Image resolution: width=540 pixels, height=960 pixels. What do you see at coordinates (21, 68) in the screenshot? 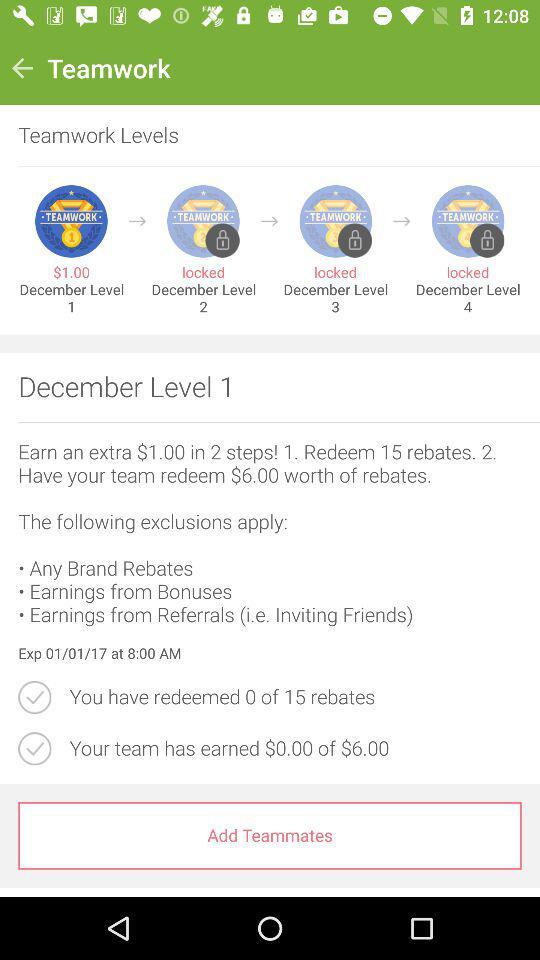
I see `icon to the left of teamwork item` at bounding box center [21, 68].